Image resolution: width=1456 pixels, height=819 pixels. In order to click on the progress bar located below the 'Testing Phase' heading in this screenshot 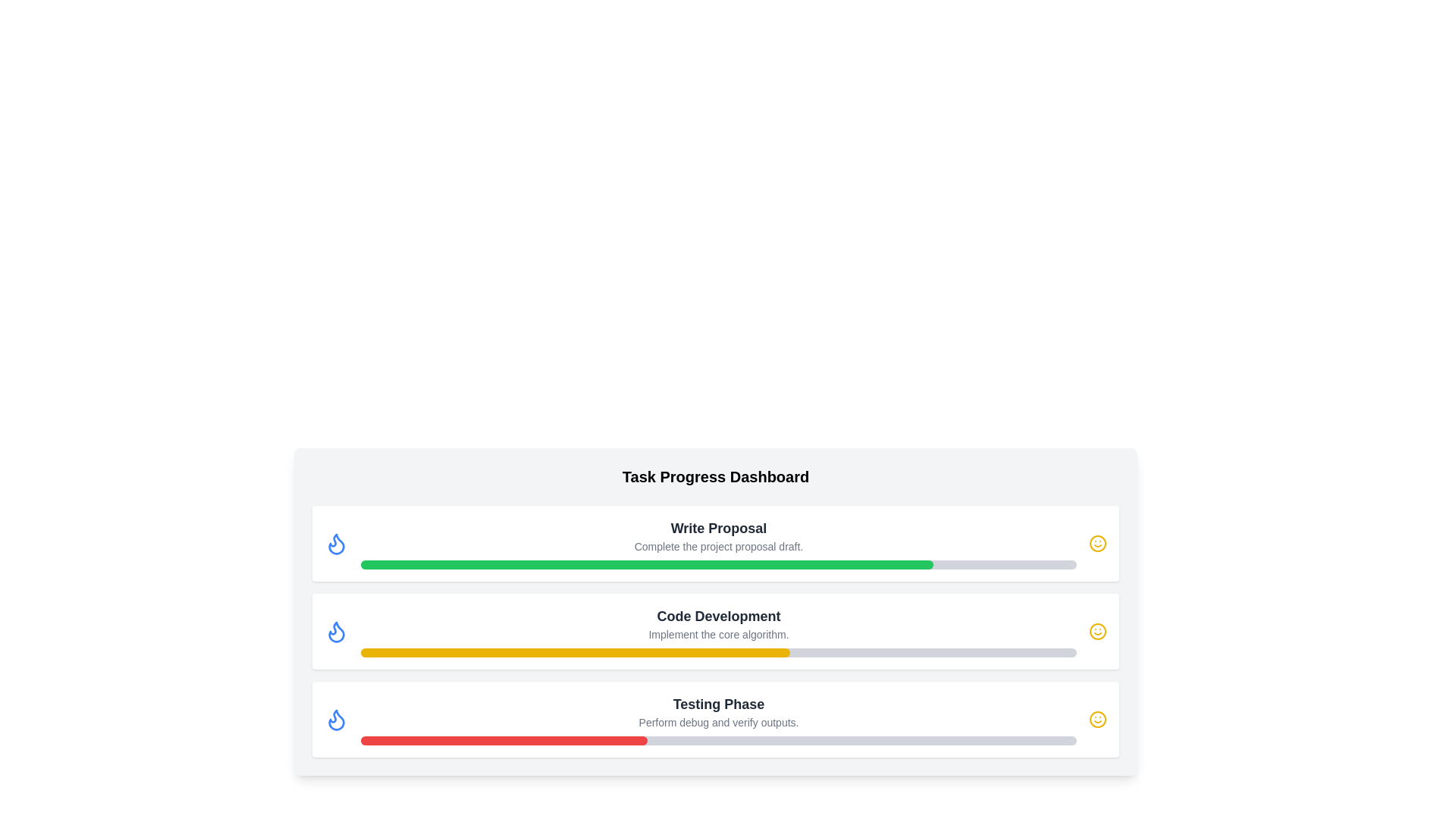, I will do `click(718, 739)`.